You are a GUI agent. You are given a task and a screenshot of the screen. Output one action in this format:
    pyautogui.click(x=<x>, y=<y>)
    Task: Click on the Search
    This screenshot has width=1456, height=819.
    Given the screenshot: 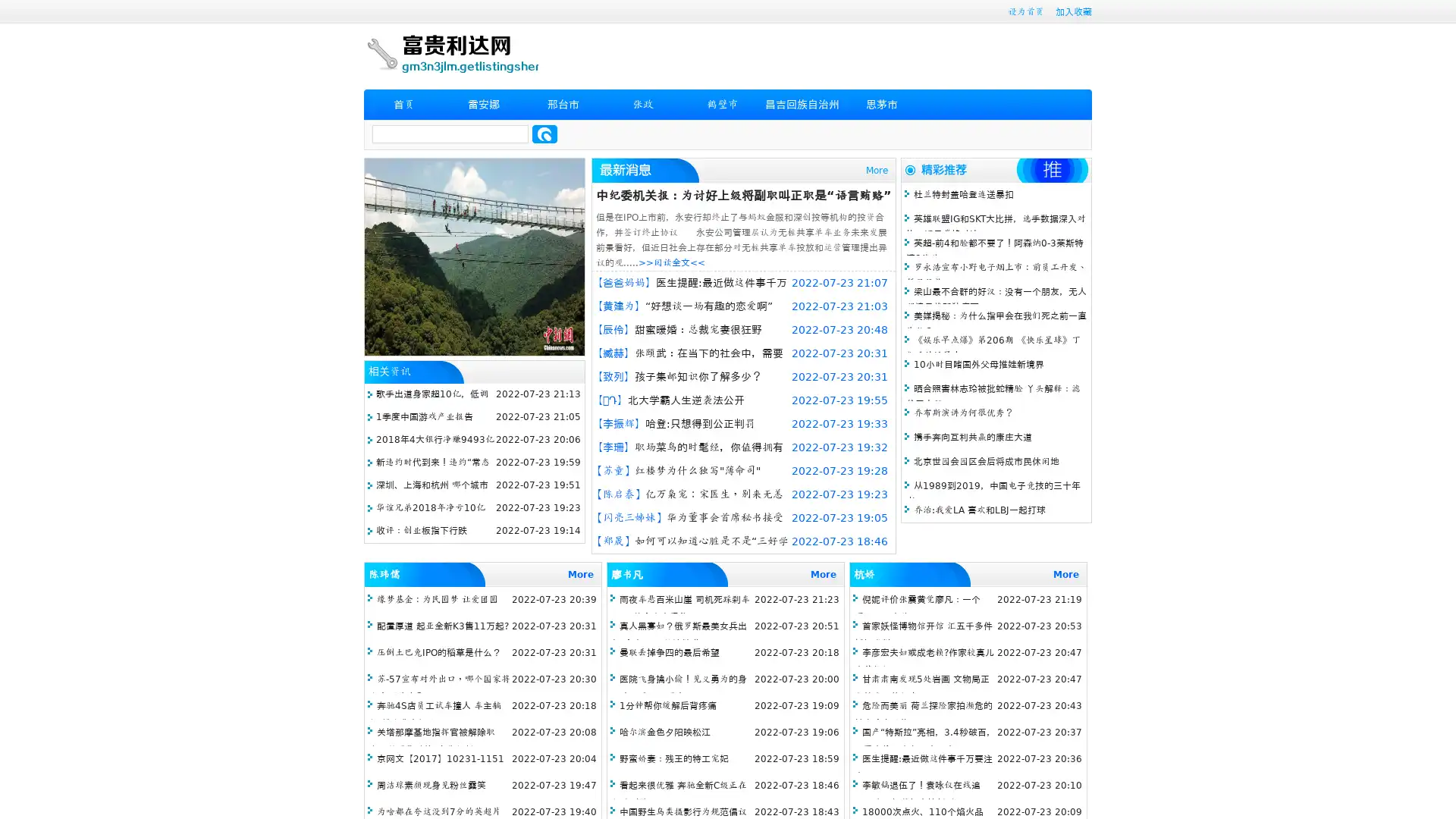 What is the action you would take?
    pyautogui.click(x=544, y=133)
    